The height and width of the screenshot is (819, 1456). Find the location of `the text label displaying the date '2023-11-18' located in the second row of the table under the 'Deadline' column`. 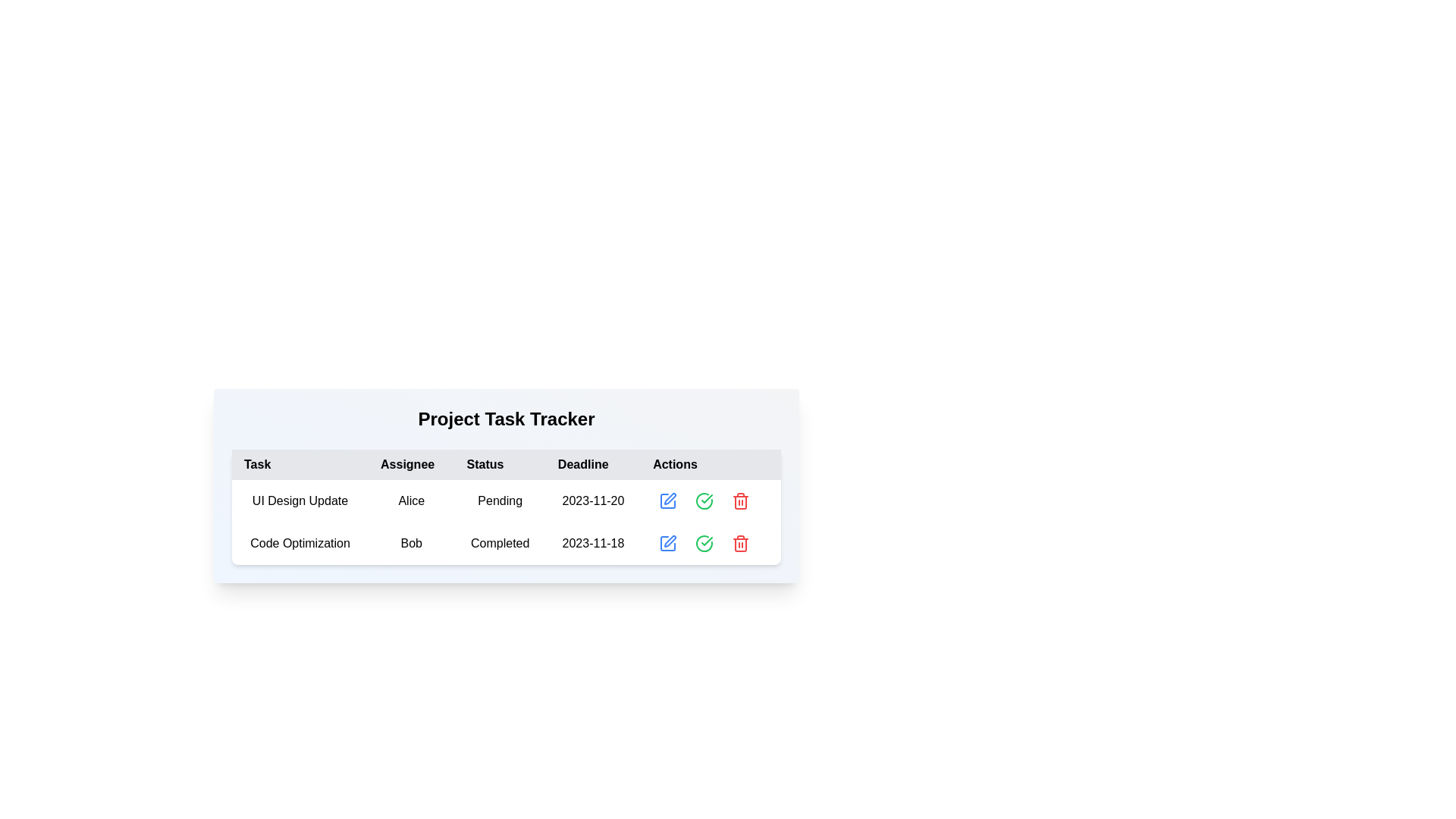

the text label displaying the date '2023-11-18' located in the second row of the table under the 'Deadline' column is located at coordinates (592, 543).